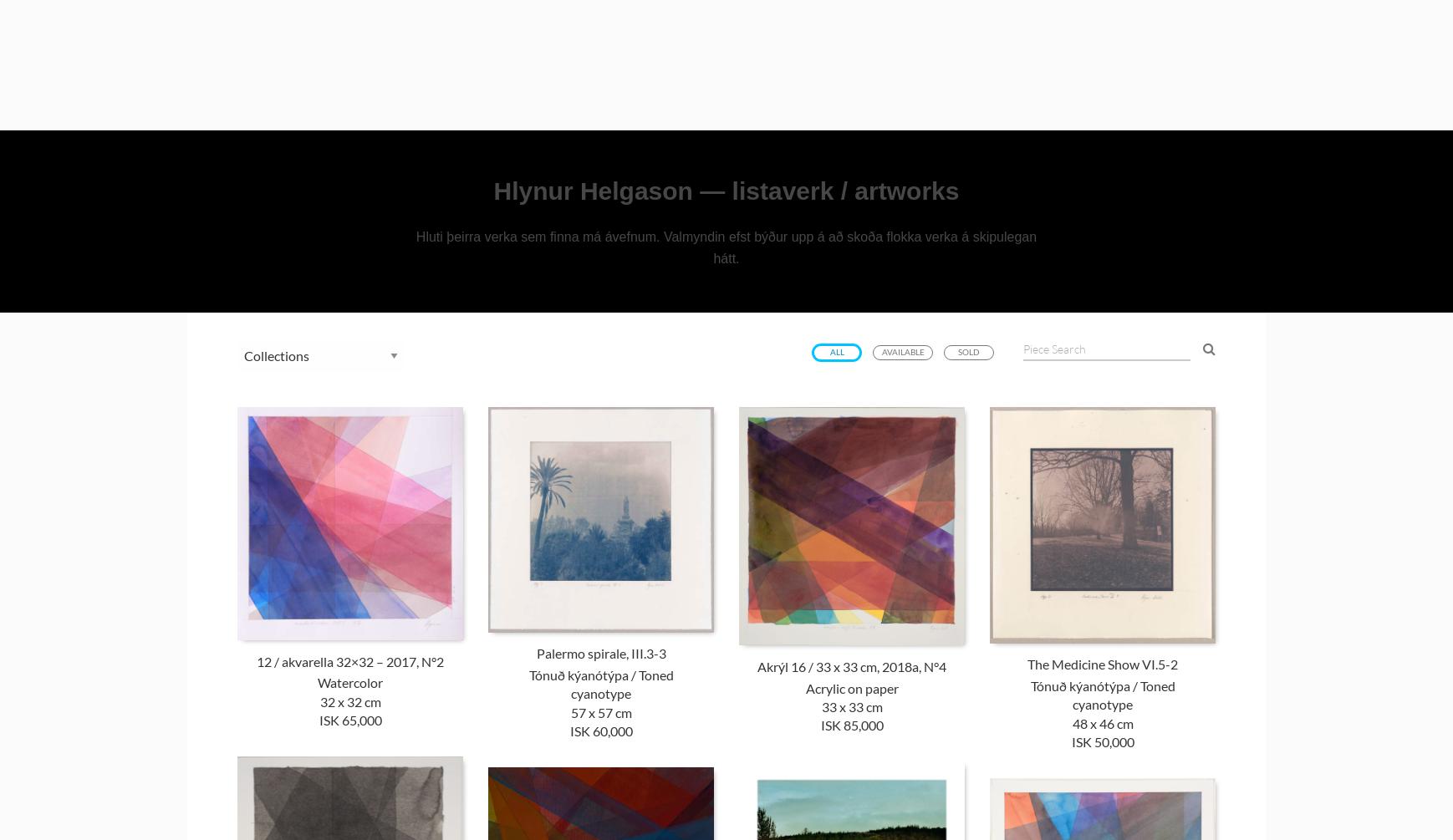  What do you see at coordinates (1182, 86) in the screenshot?
I see `'Œuvre'` at bounding box center [1182, 86].